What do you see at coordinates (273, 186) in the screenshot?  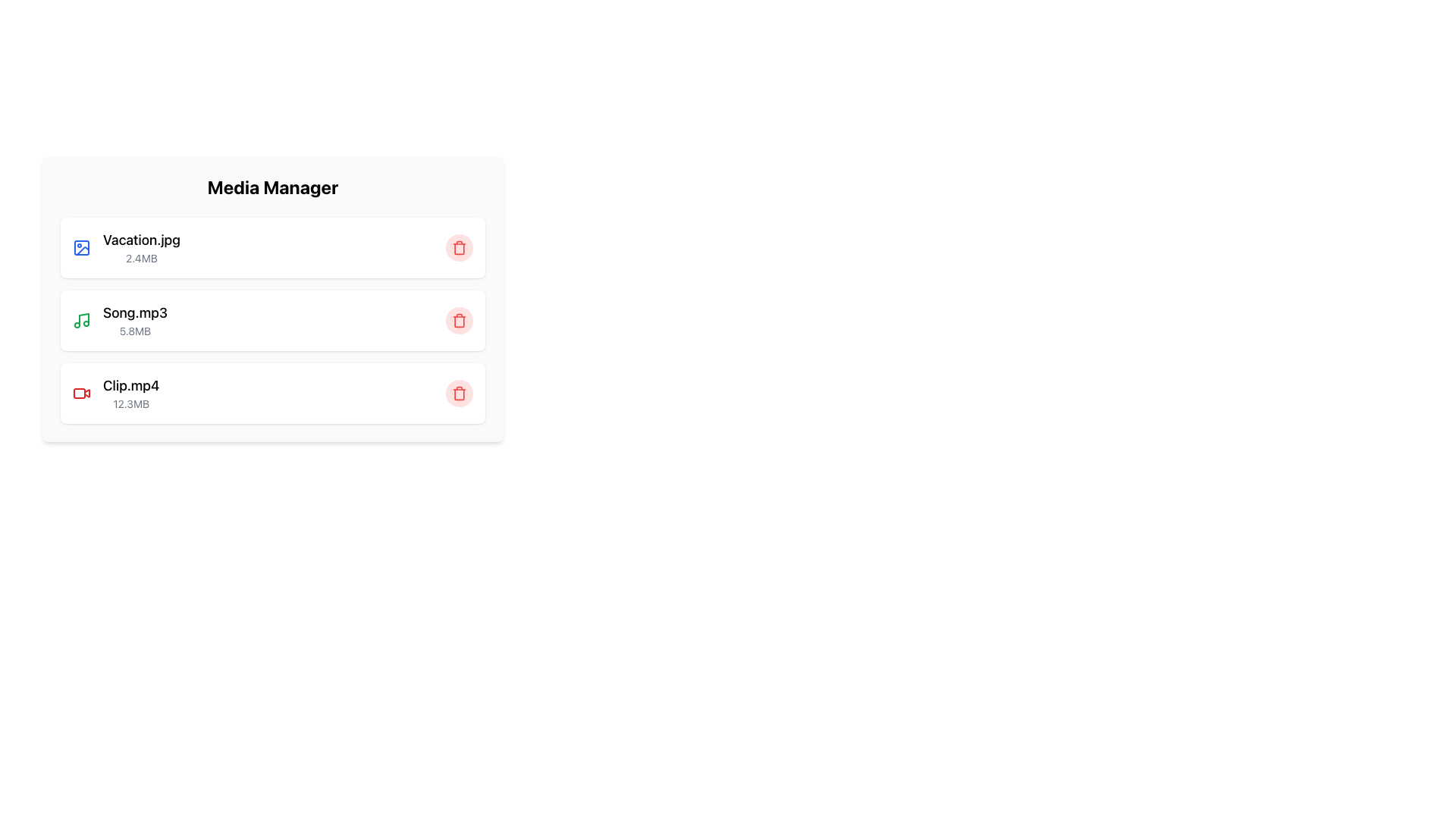 I see `bold and large header text 'Media Manager' located at the top-center of the media file information card` at bounding box center [273, 186].